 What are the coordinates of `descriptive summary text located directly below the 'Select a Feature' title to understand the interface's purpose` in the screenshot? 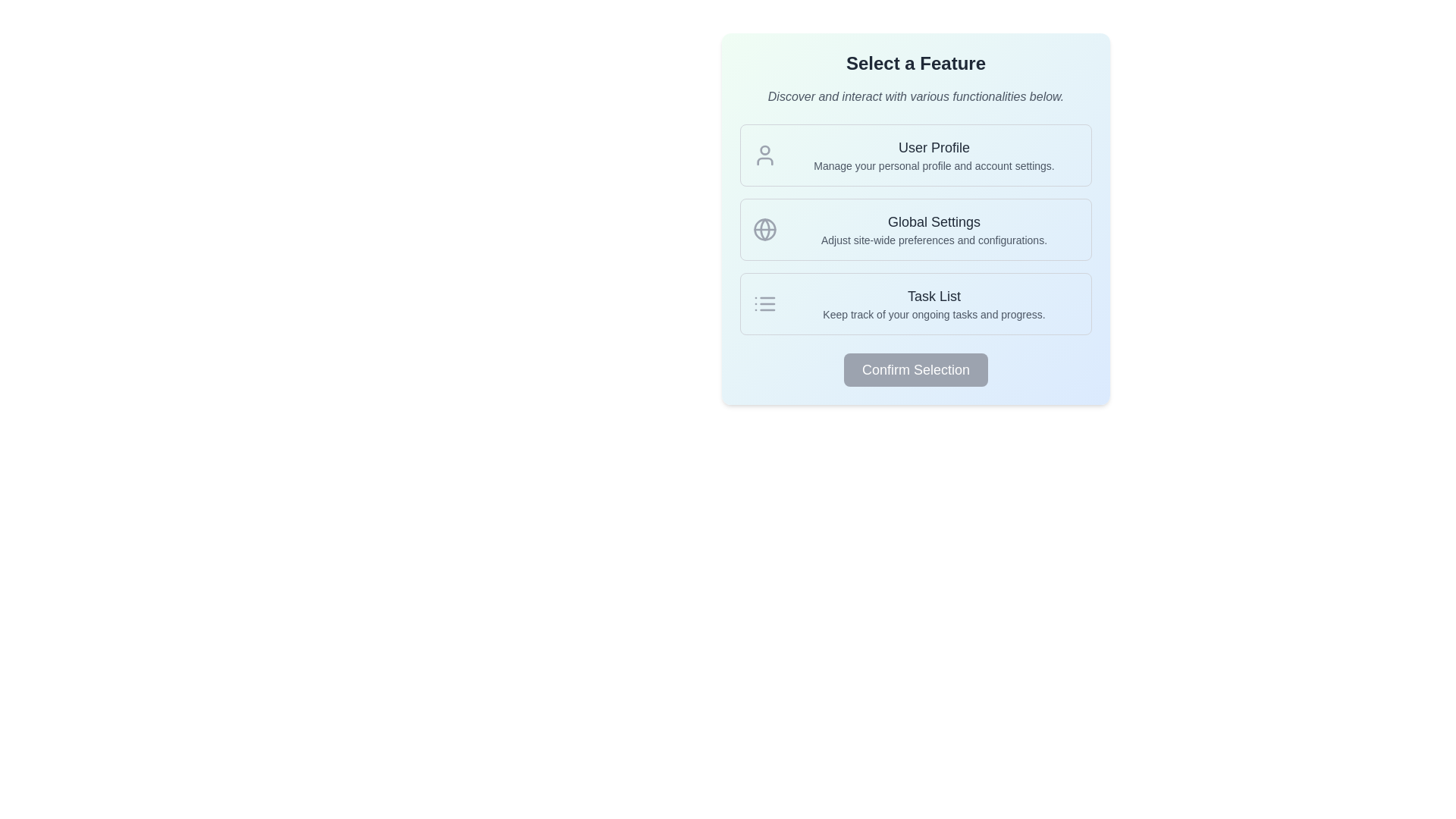 It's located at (915, 96).